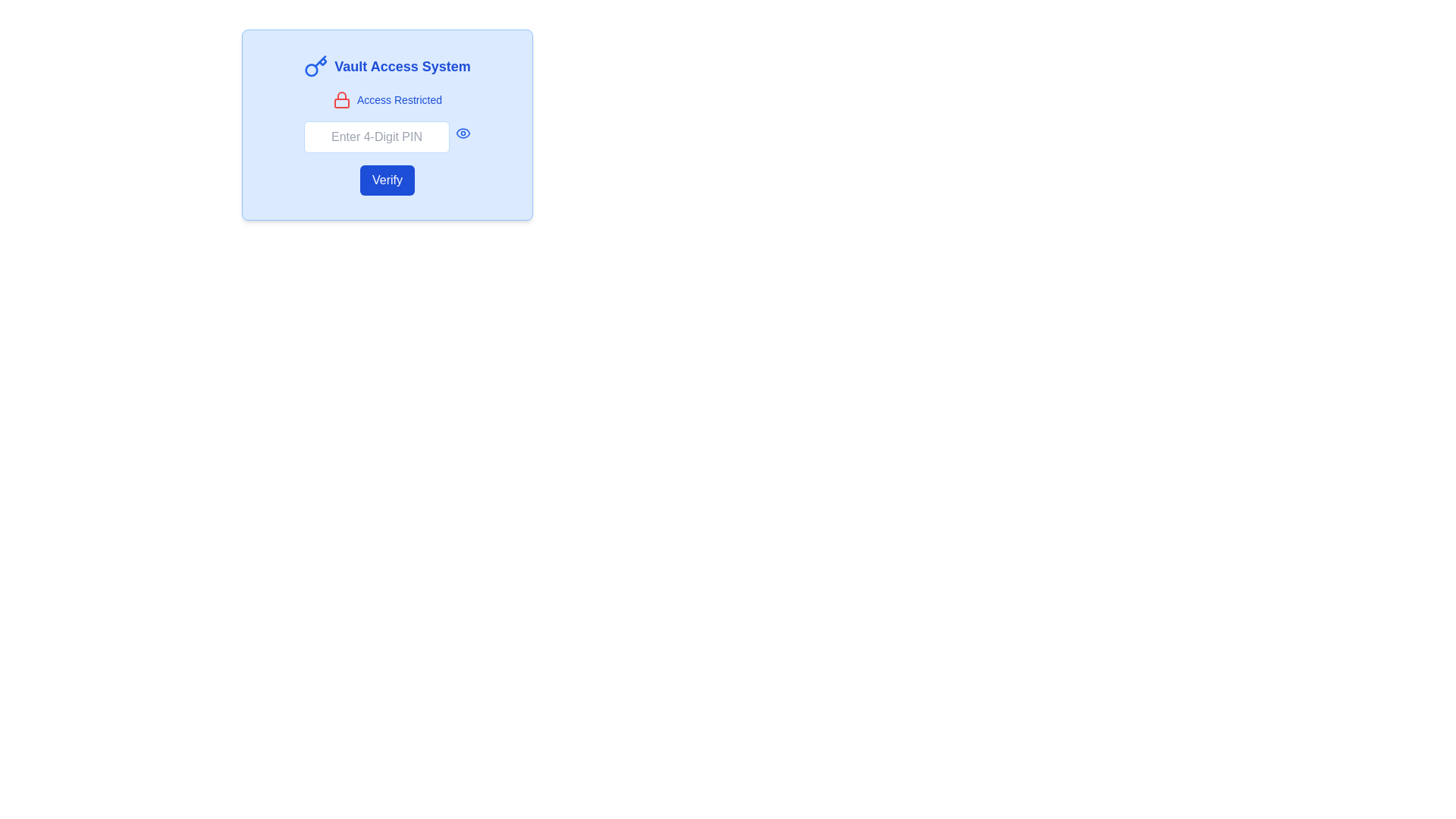 The image size is (1456, 819). What do you see at coordinates (387, 99) in the screenshot?
I see `the 'Access Restricted' label with the red lock icon, which is centrally aligned below the title 'Vault Access System' and above the 'Enter 4-Digit PIN' input field` at bounding box center [387, 99].